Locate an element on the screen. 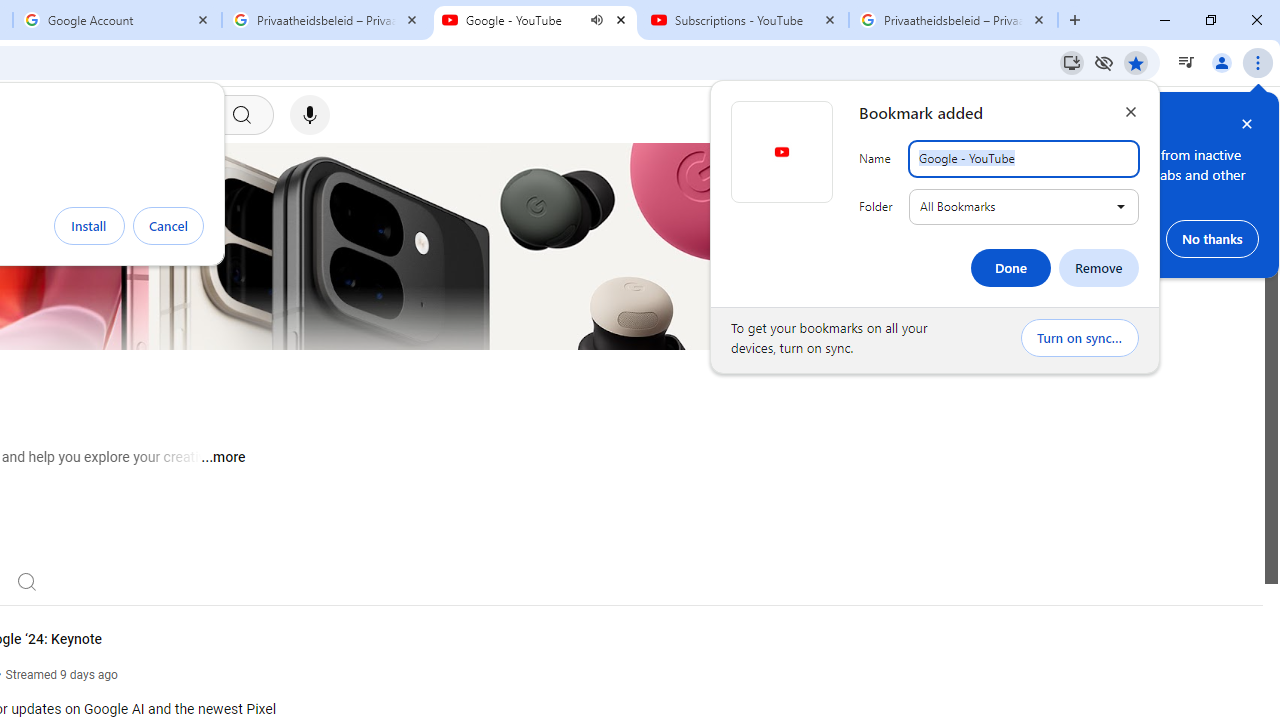 The width and height of the screenshot is (1280, 720). 'Bookmark name' is located at coordinates (1024, 158).